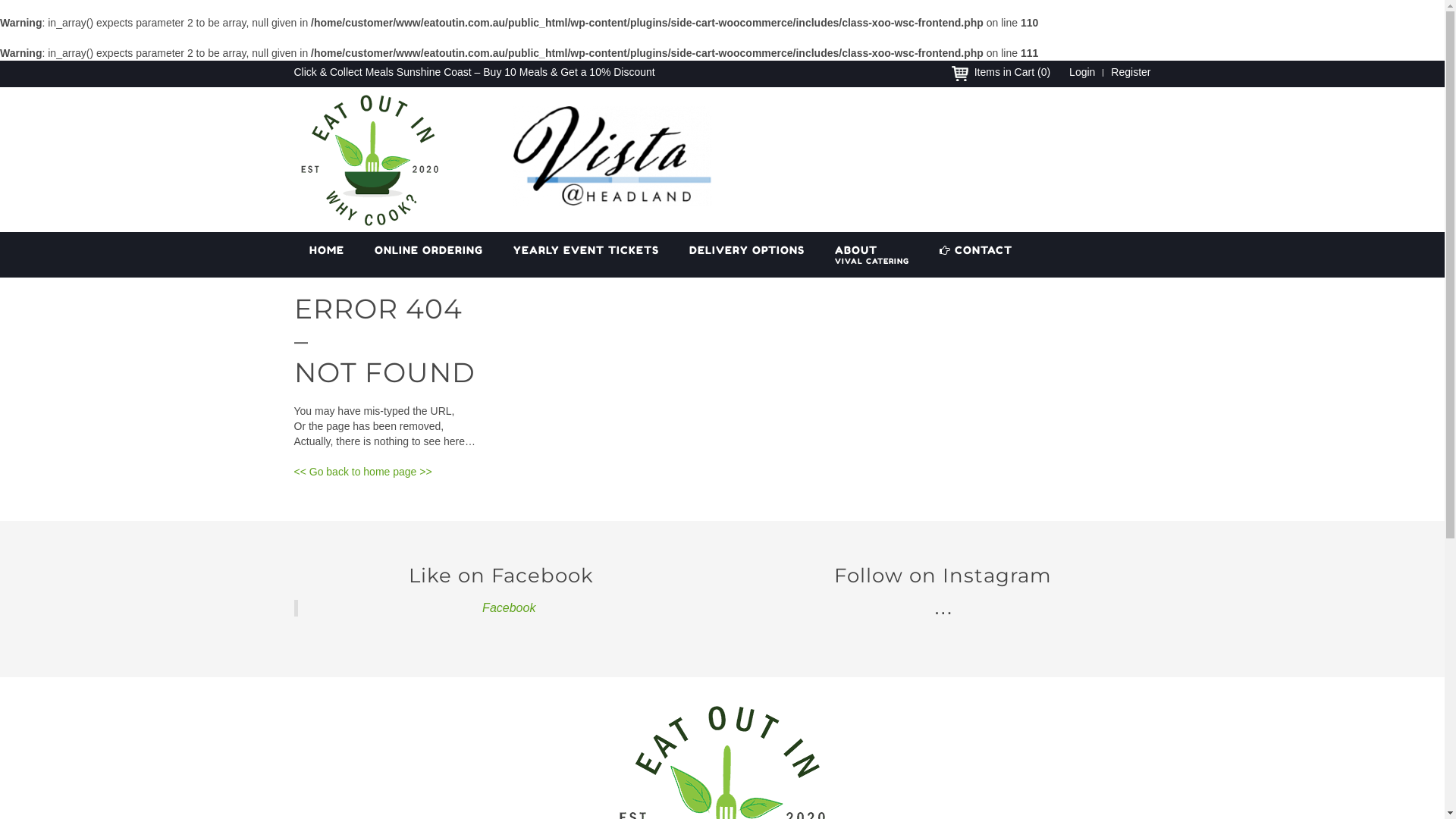 The height and width of the screenshot is (819, 1456). Describe the element at coordinates (1081, 72) in the screenshot. I see `'Login'` at that location.